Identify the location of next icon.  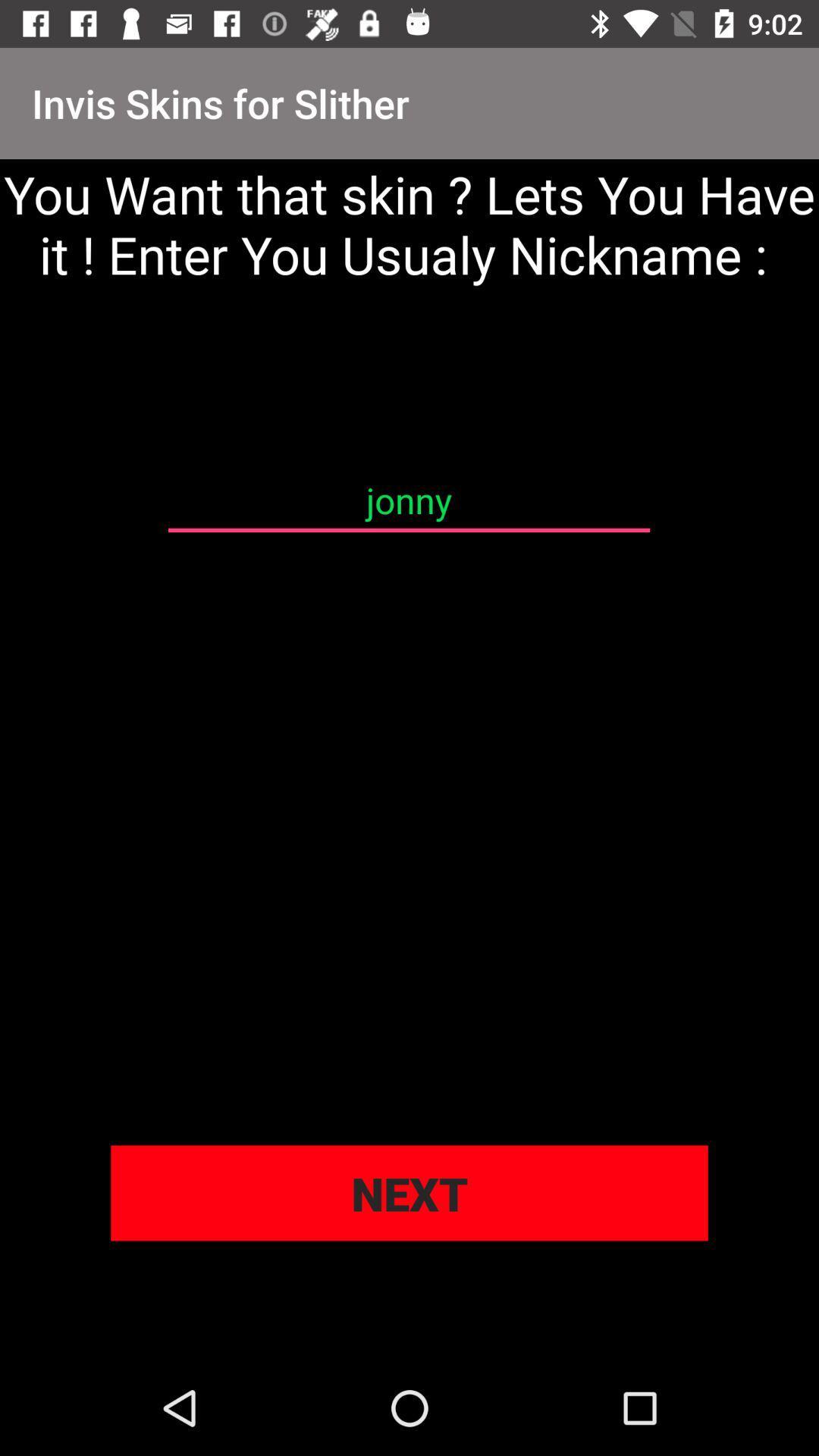
(409, 1192).